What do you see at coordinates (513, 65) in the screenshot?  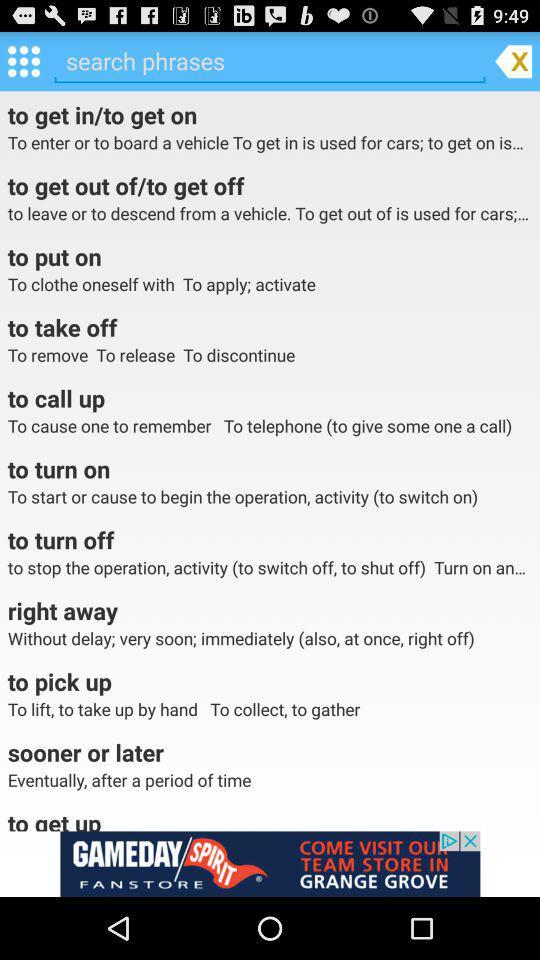 I see `the close icon` at bounding box center [513, 65].